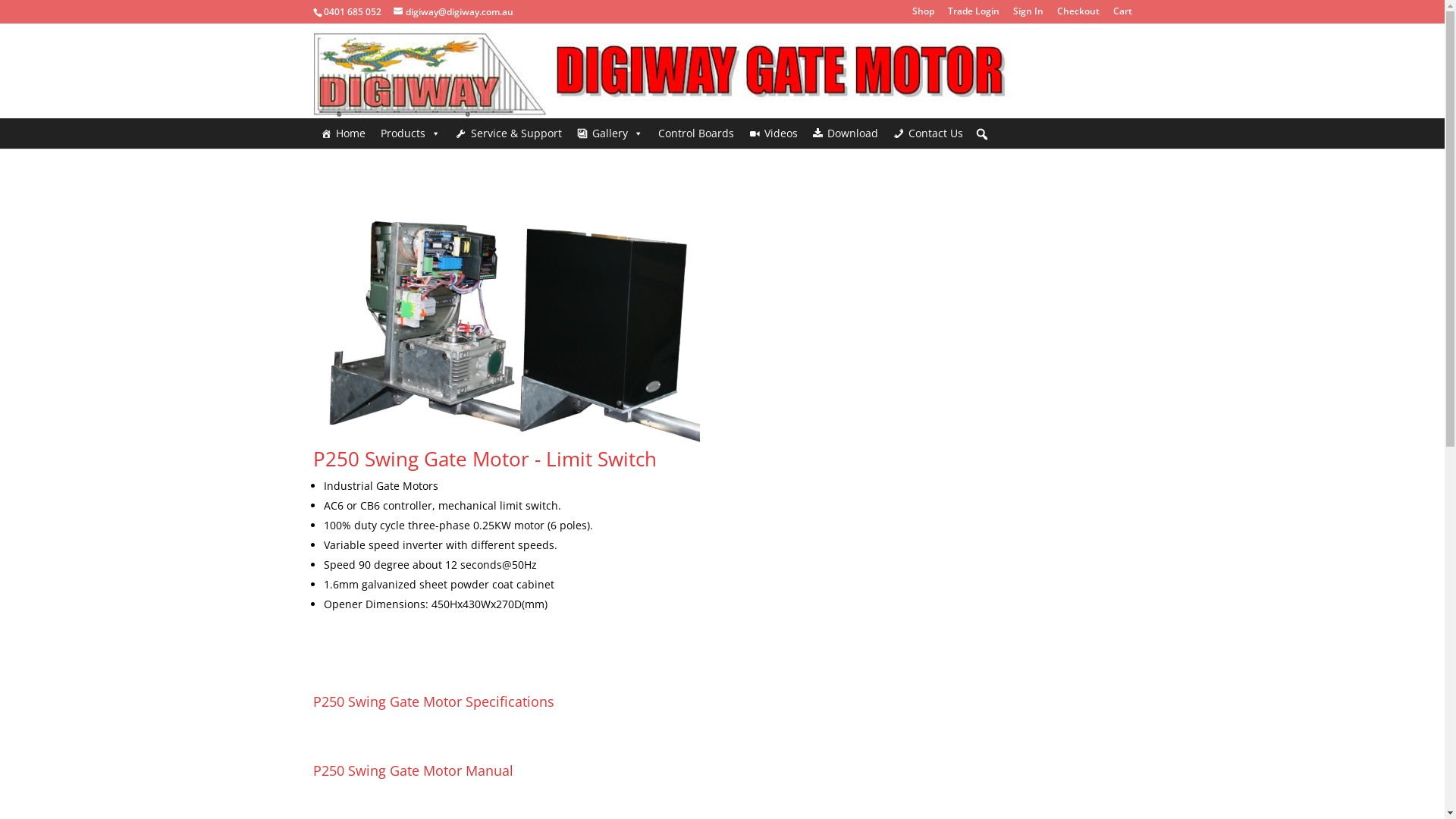 The width and height of the screenshot is (1456, 819). I want to click on 'Home', so click(341, 133).